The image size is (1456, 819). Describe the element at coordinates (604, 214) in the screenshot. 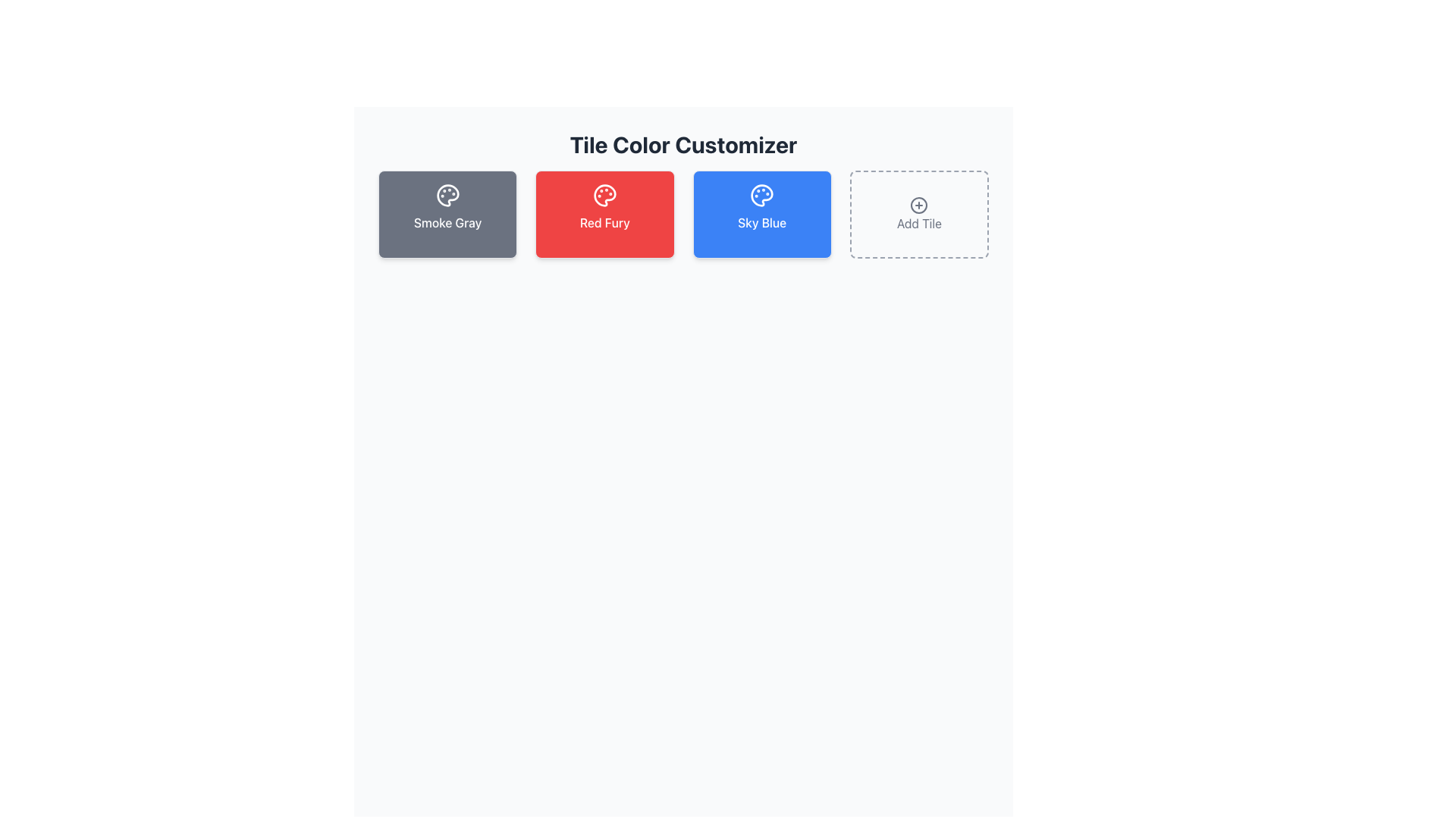

I see `the 'Red Fury' tile, which is the central tile in the first row of a grid layout` at that location.